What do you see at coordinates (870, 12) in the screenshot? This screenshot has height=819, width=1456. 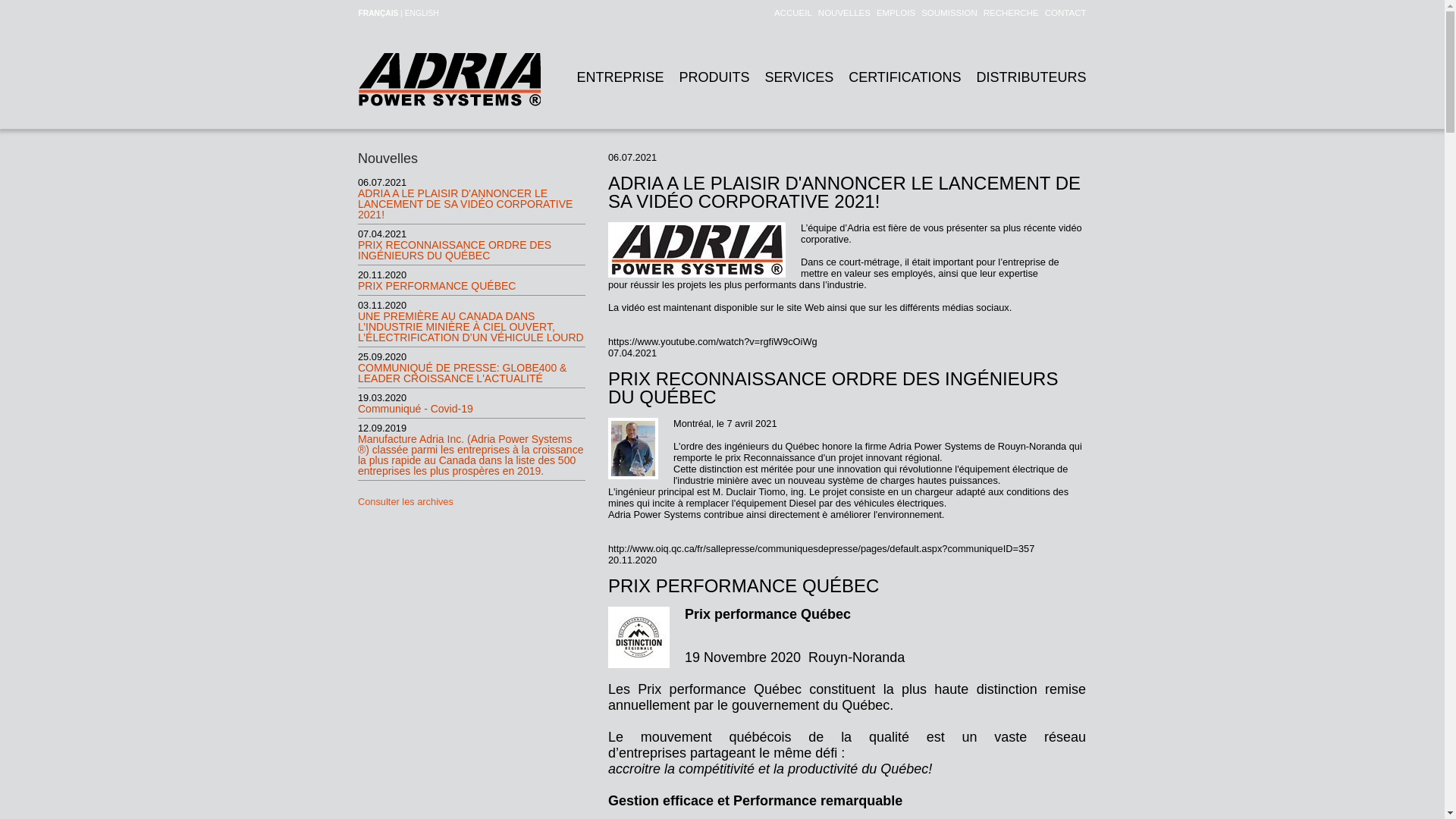 I see `'EMPLOIS'` at bounding box center [870, 12].